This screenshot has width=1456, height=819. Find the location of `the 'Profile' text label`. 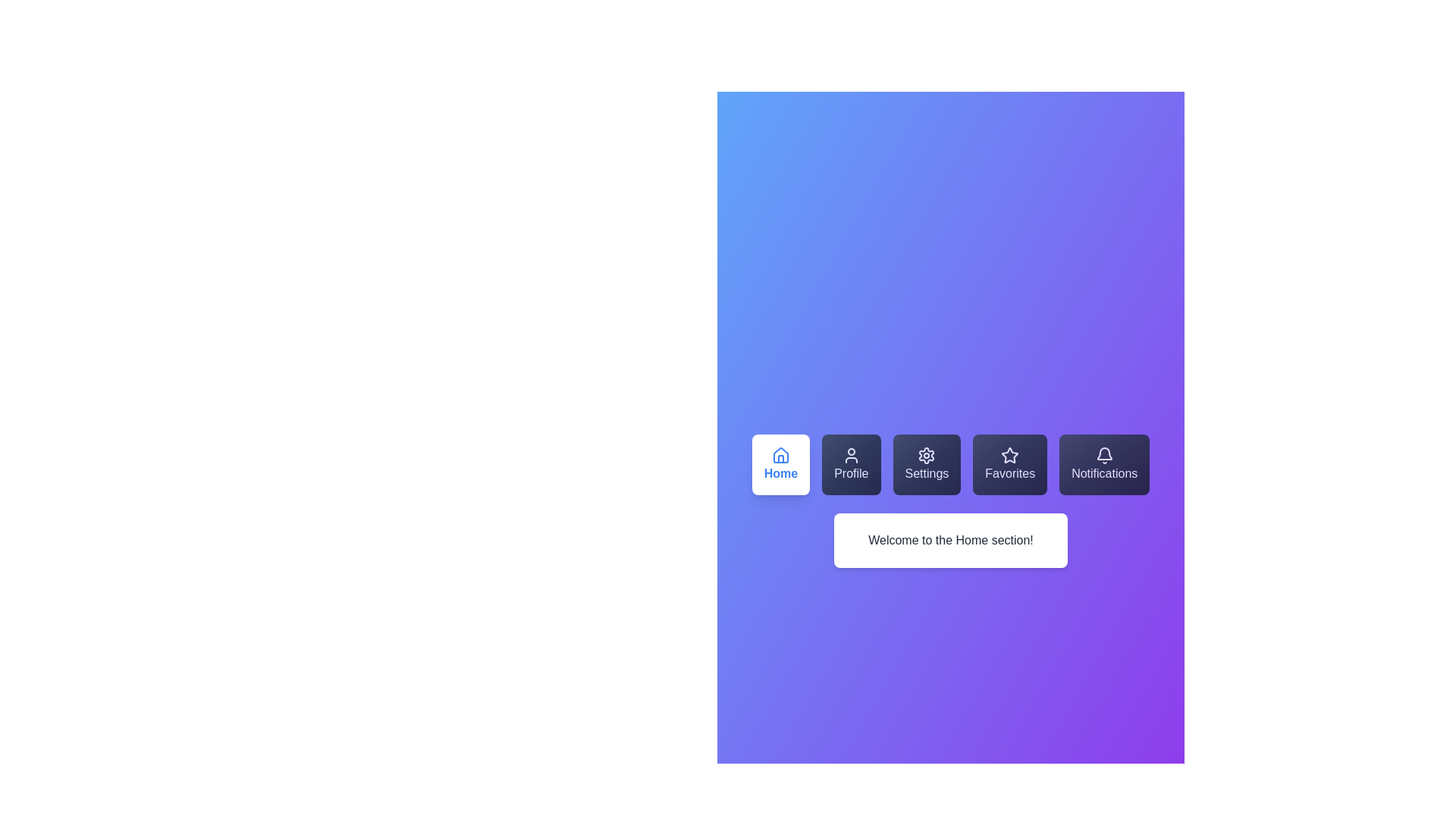

the 'Profile' text label is located at coordinates (851, 472).